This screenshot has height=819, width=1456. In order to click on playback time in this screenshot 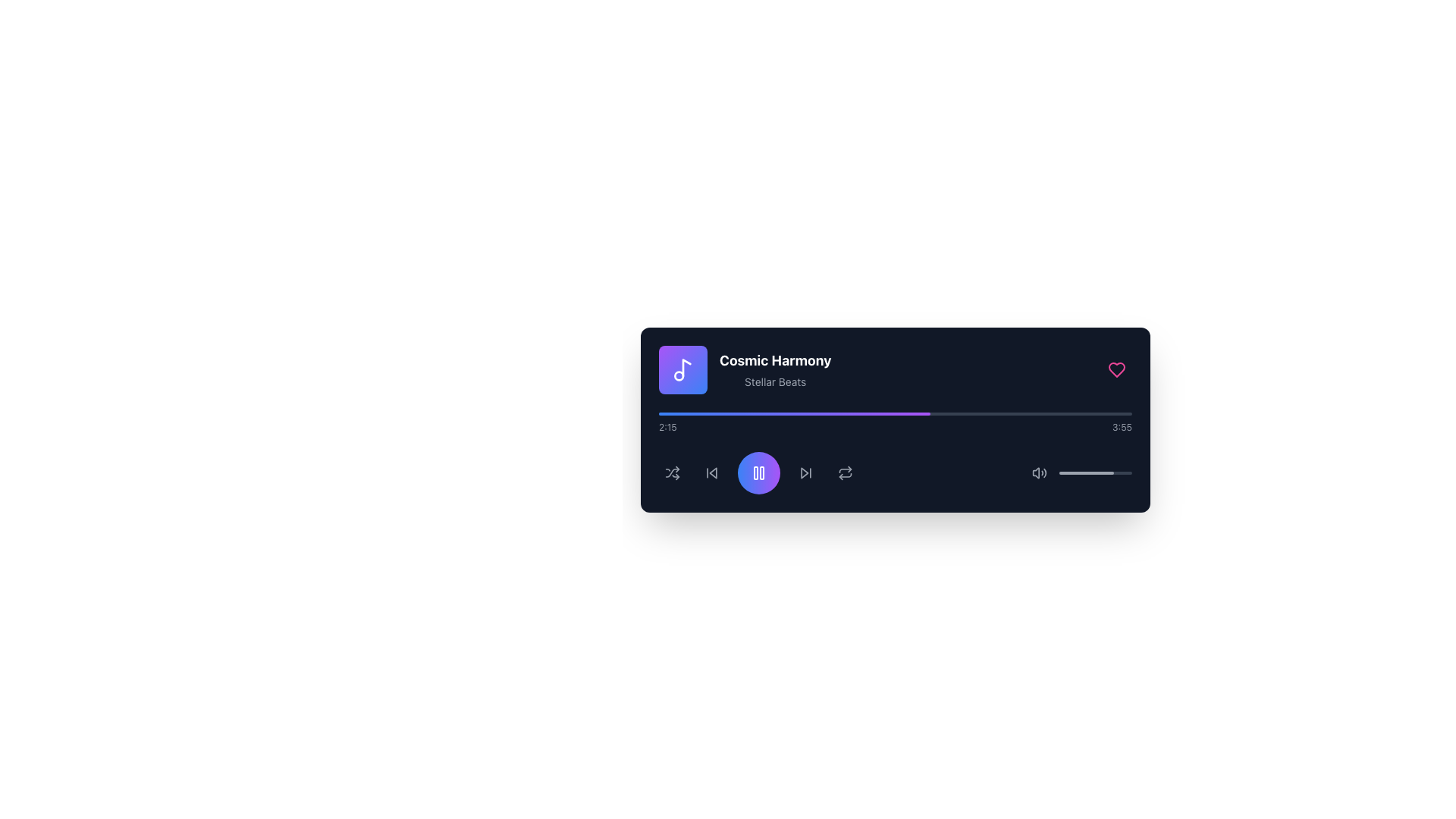, I will do `click(1077, 414)`.